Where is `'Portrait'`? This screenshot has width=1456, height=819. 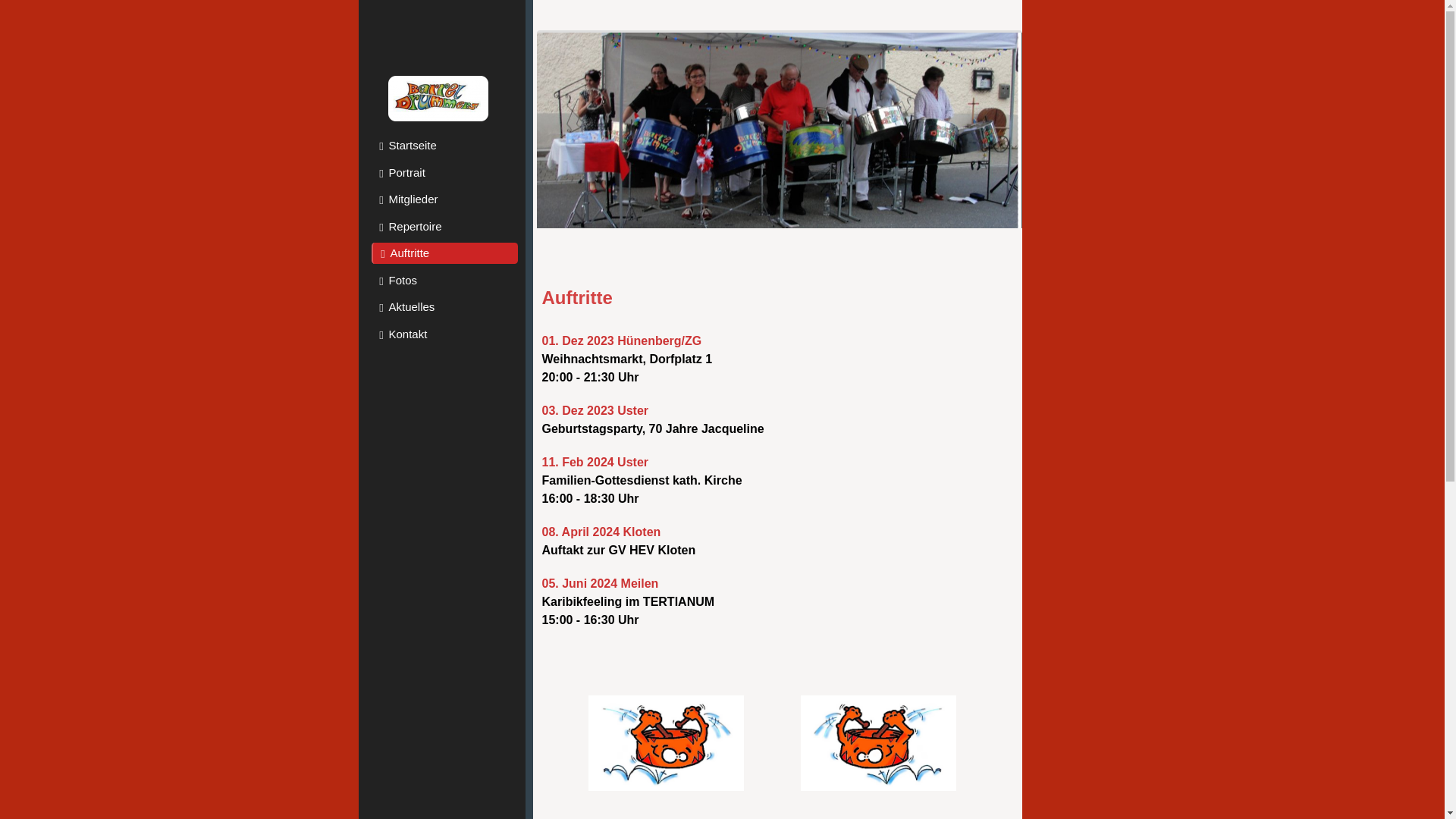 'Portrait' is located at coordinates (444, 171).